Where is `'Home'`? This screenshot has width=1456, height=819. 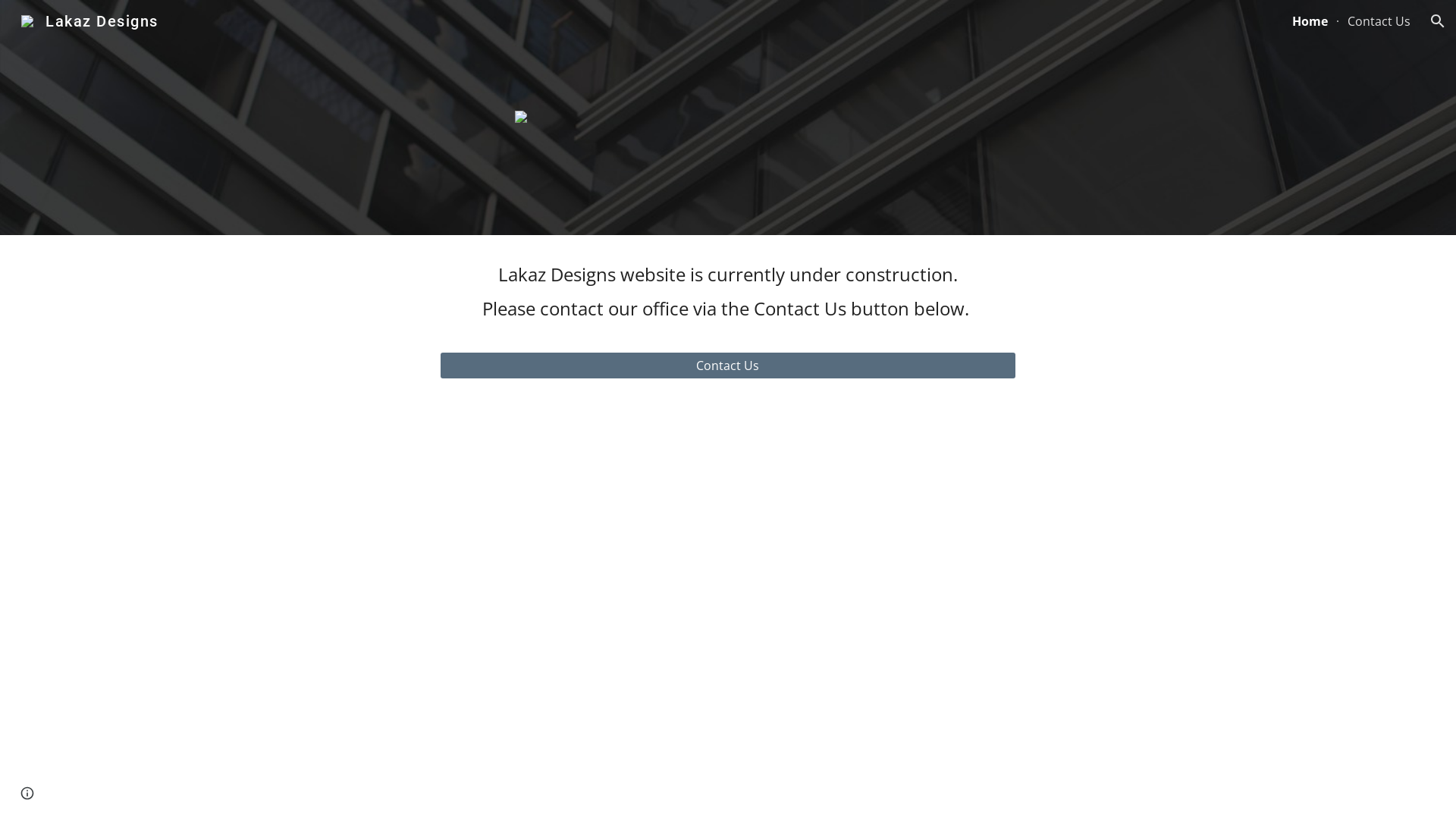
'Home' is located at coordinates (1309, 20).